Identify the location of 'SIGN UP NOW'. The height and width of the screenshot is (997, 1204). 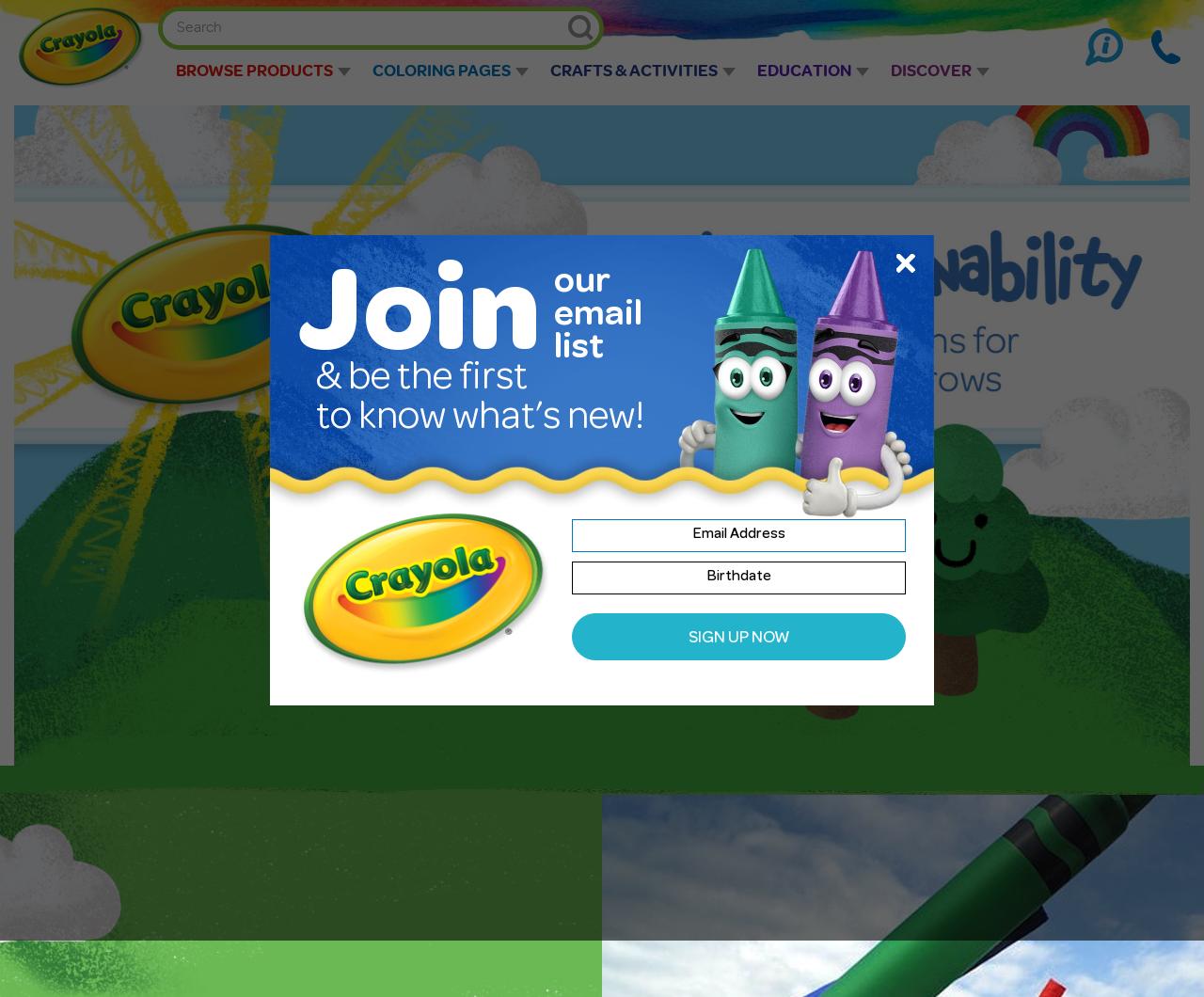
(737, 638).